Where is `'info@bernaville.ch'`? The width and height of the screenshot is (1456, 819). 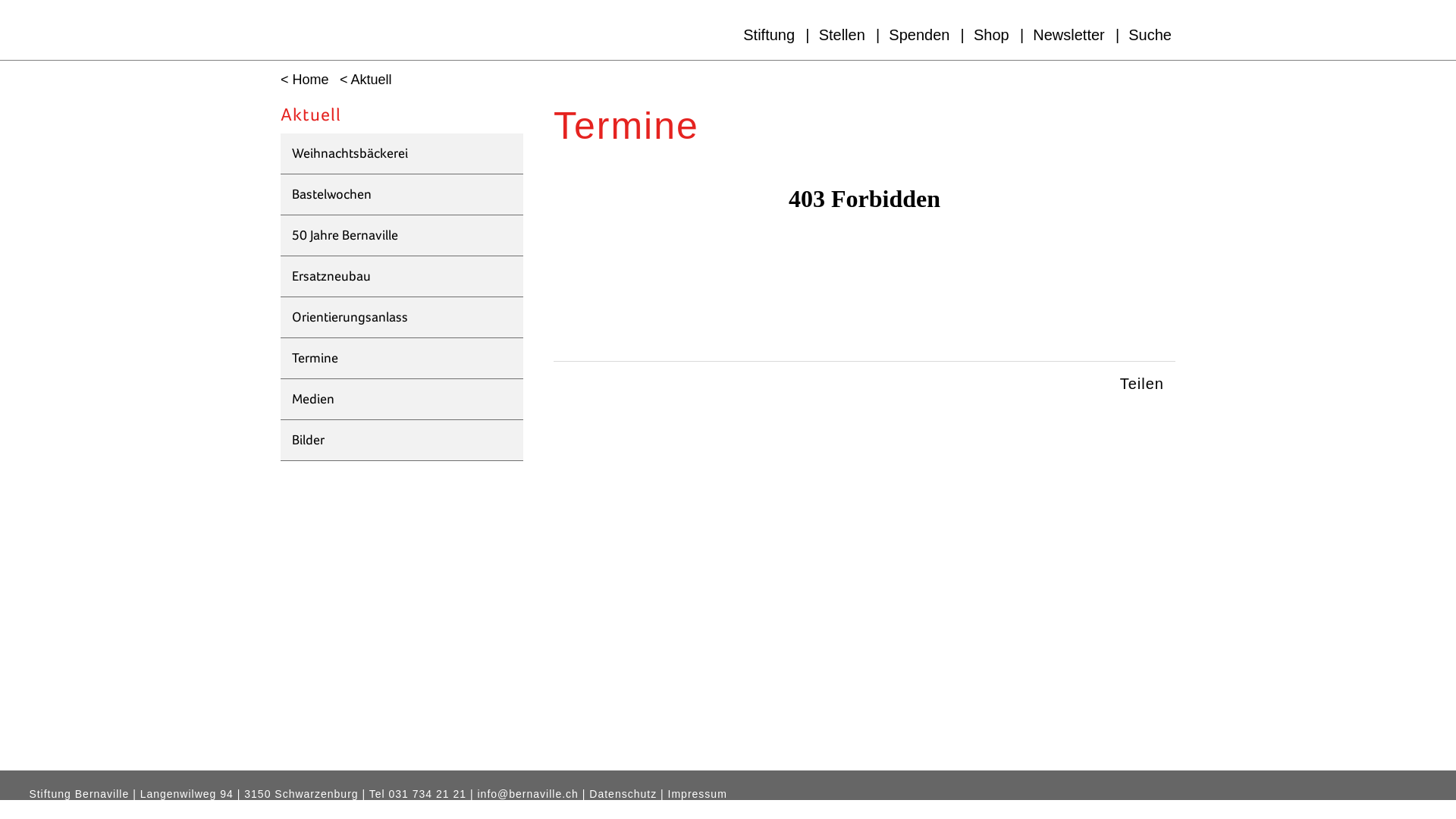 'info@bernaville.ch' is located at coordinates (528, 793).